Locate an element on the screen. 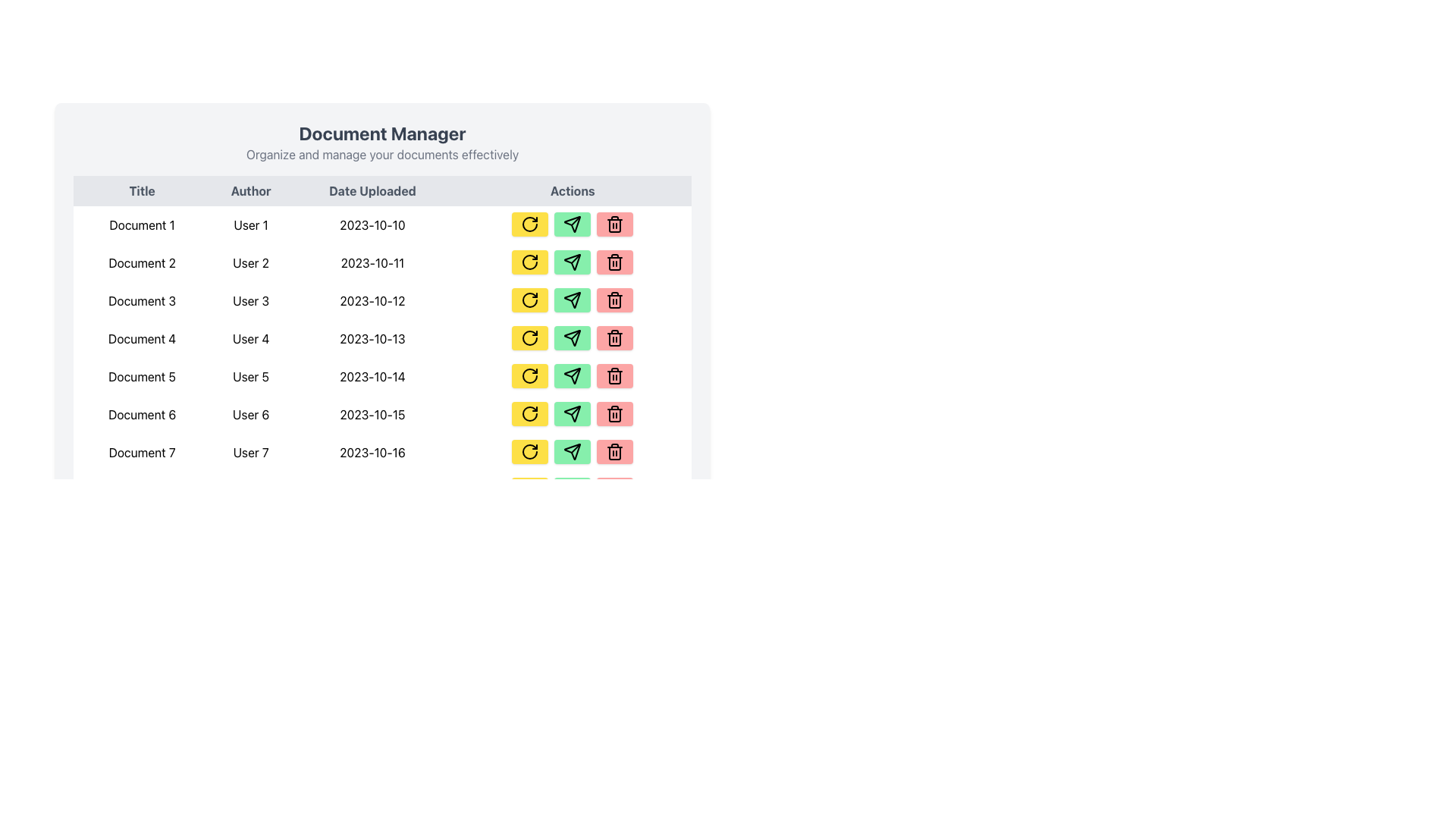 This screenshot has height=819, width=1456. the refresh button in the 'Actions' column of the second row of the table is located at coordinates (530, 262).